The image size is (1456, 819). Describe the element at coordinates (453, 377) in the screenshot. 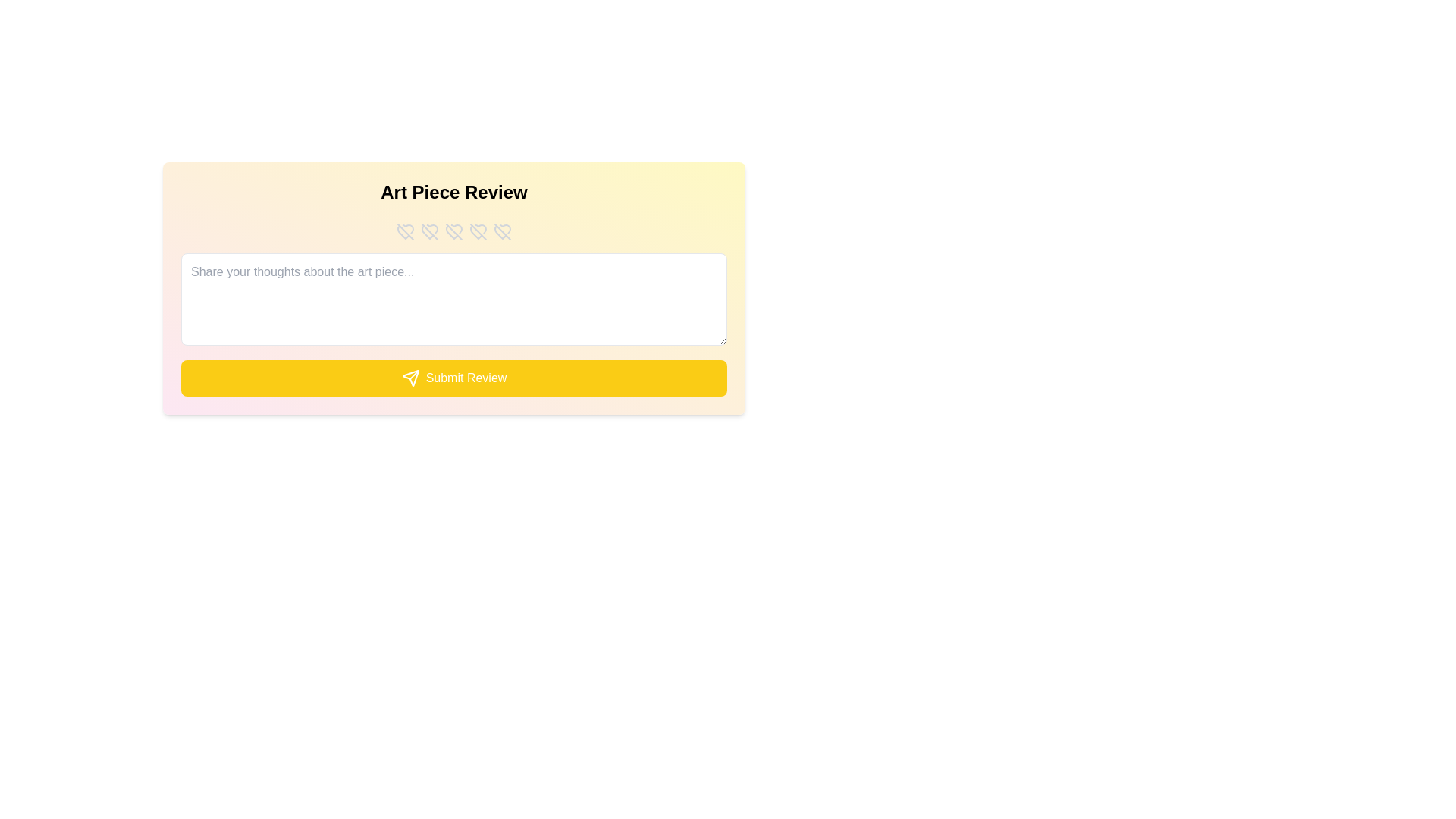

I see `the 'Submit Review' button to submit the review` at that location.